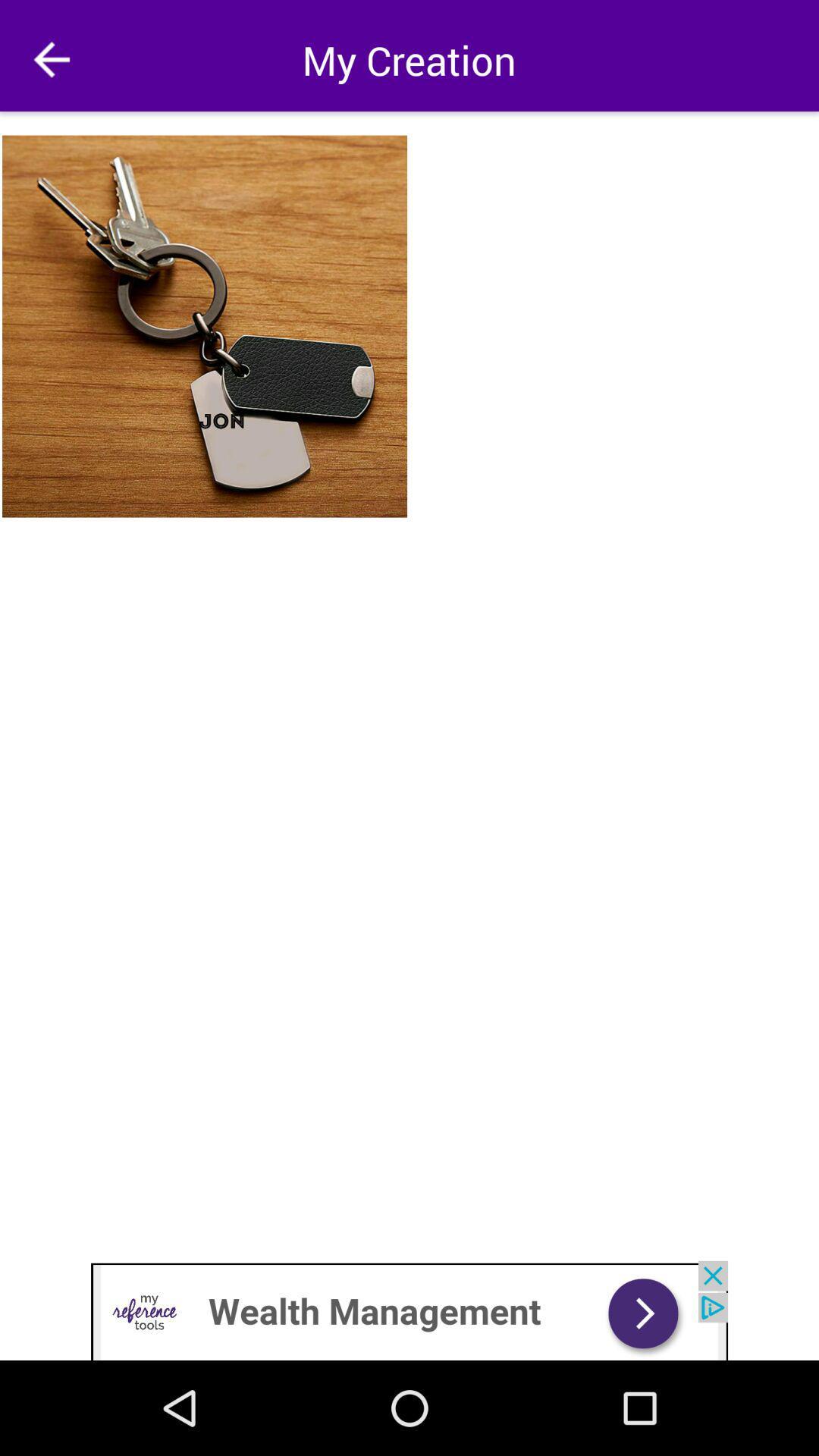 The image size is (819, 1456). I want to click on key image, so click(206, 325).